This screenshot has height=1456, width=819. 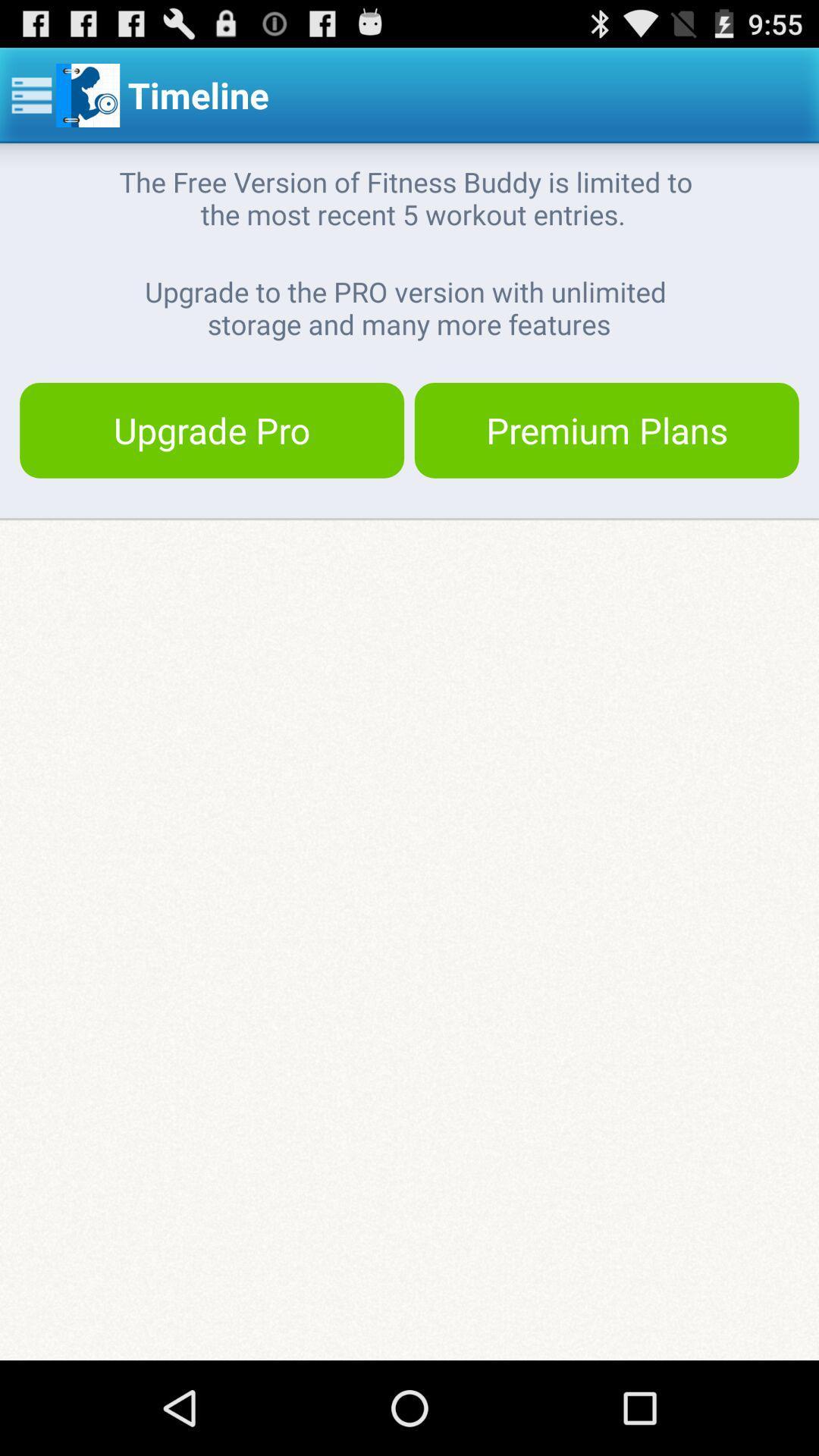 I want to click on the premium plans item, so click(x=606, y=429).